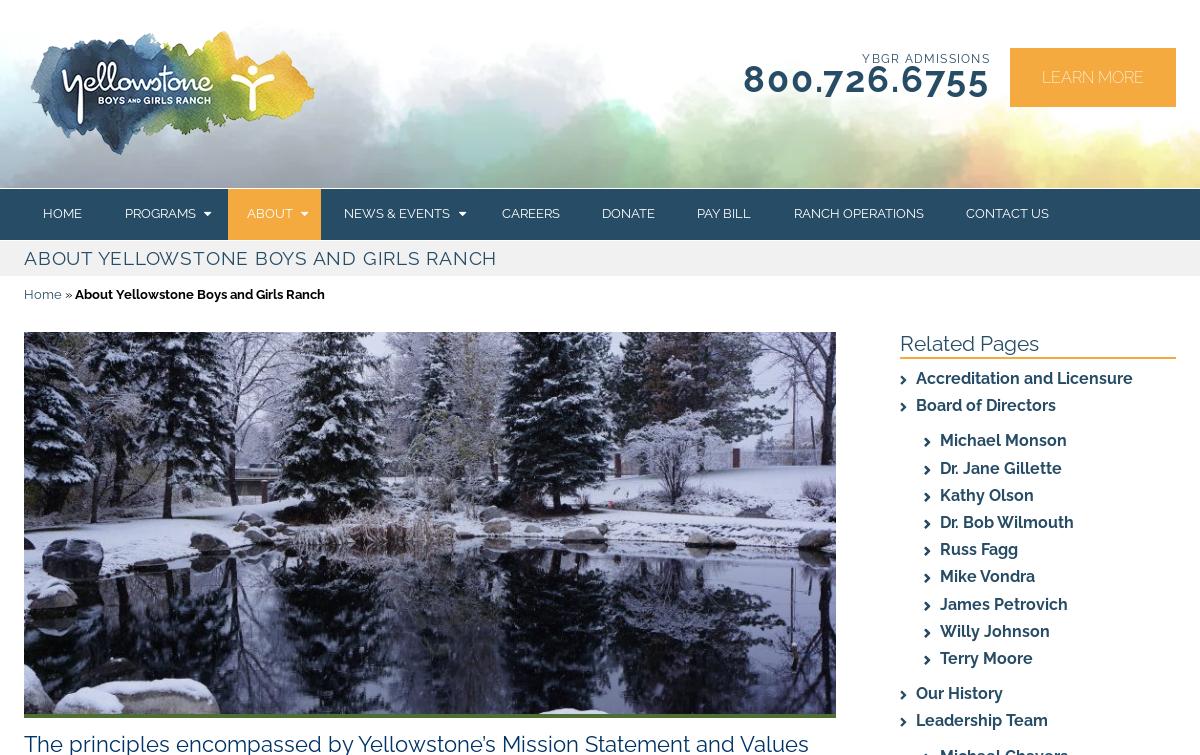 Image resolution: width=1200 pixels, height=755 pixels. What do you see at coordinates (627, 213) in the screenshot?
I see `'Donate'` at bounding box center [627, 213].